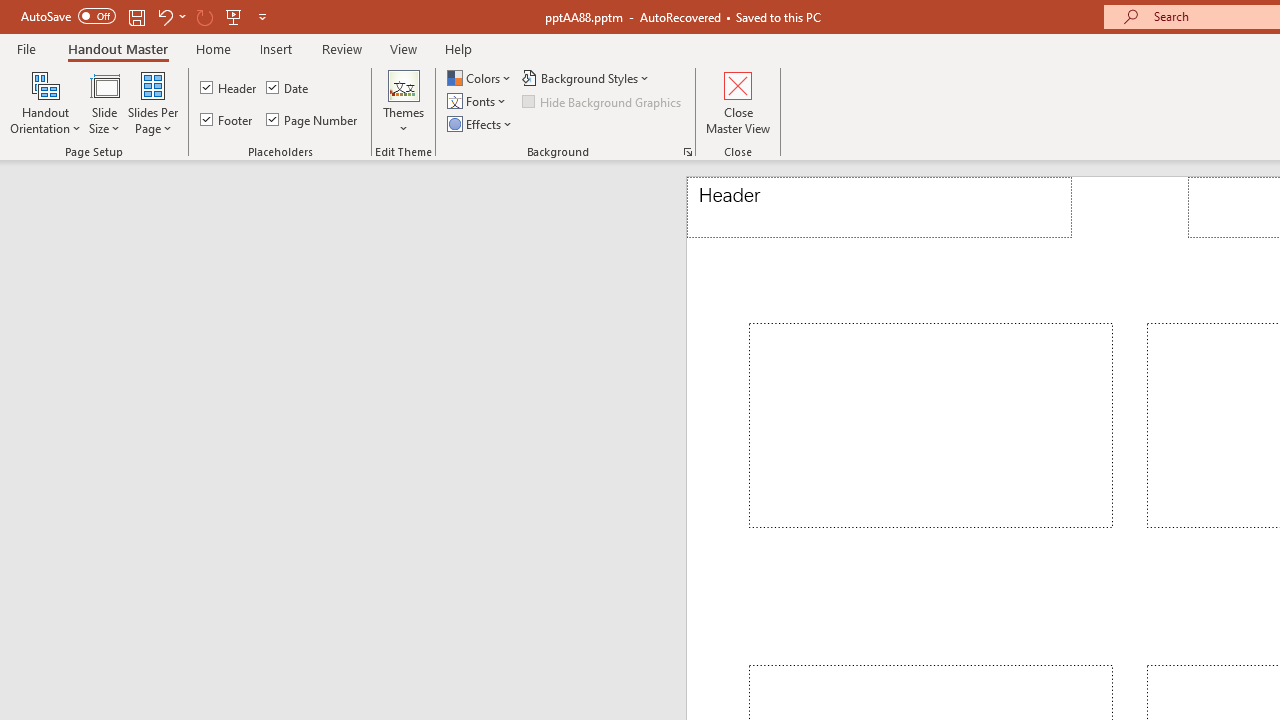 Image resolution: width=1280 pixels, height=720 pixels. Describe the element at coordinates (688, 150) in the screenshot. I see `'Format Background...'` at that location.